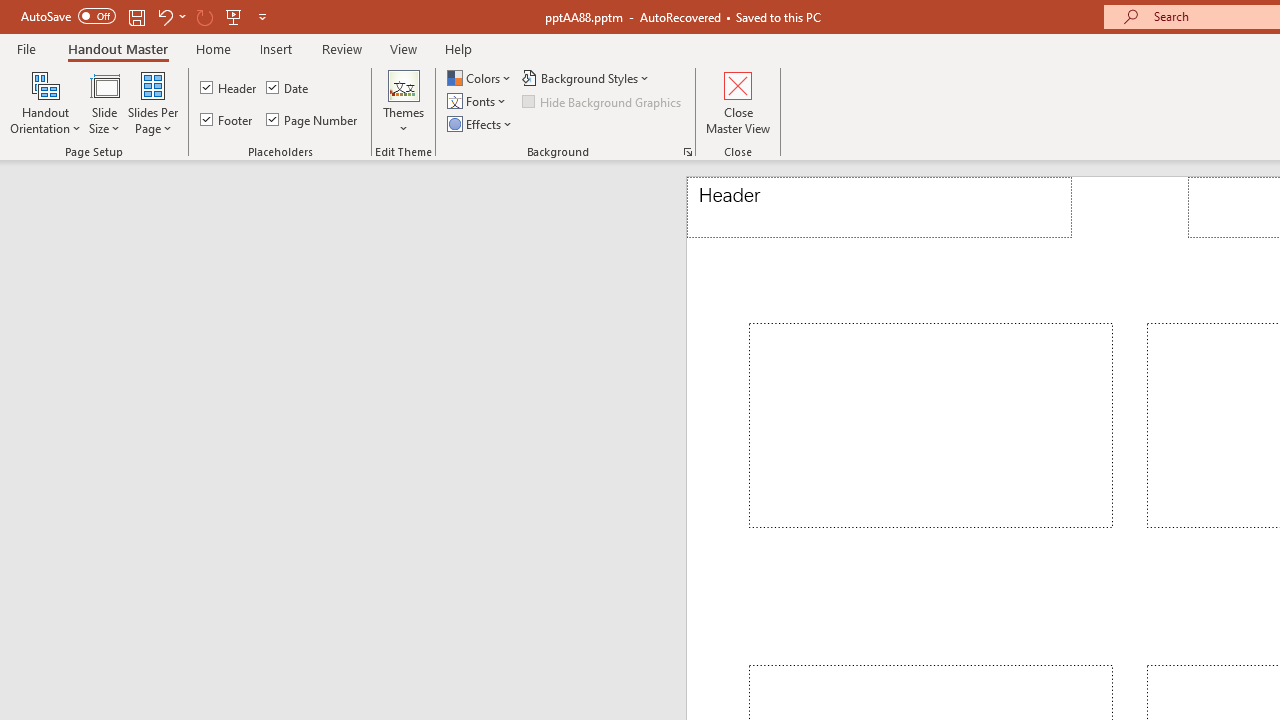 Image resolution: width=1280 pixels, height=720 pixels. Describe the element at coordinates (688, 150) in the screenshot. I see `'Format Background...'` at that location.